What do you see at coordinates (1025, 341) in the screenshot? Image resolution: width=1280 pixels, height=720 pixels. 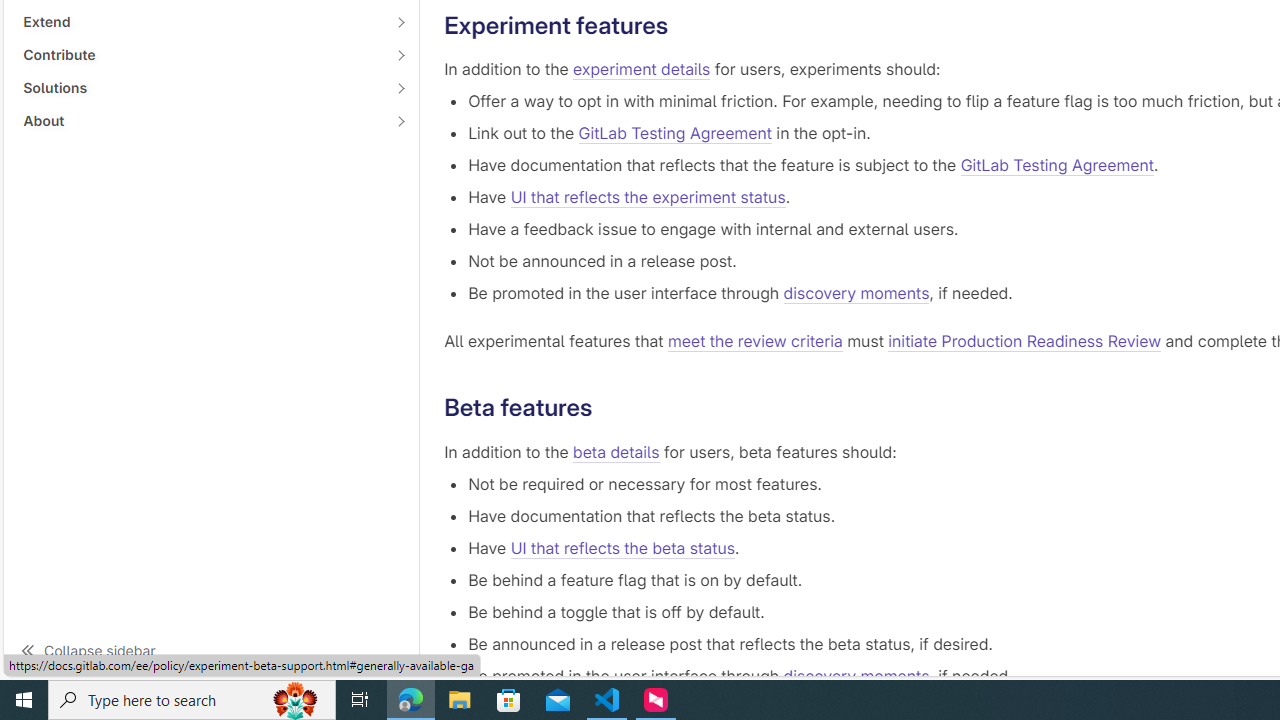 I see `'initiate Production Readiness Review'` at bounding box center [1025, 341].